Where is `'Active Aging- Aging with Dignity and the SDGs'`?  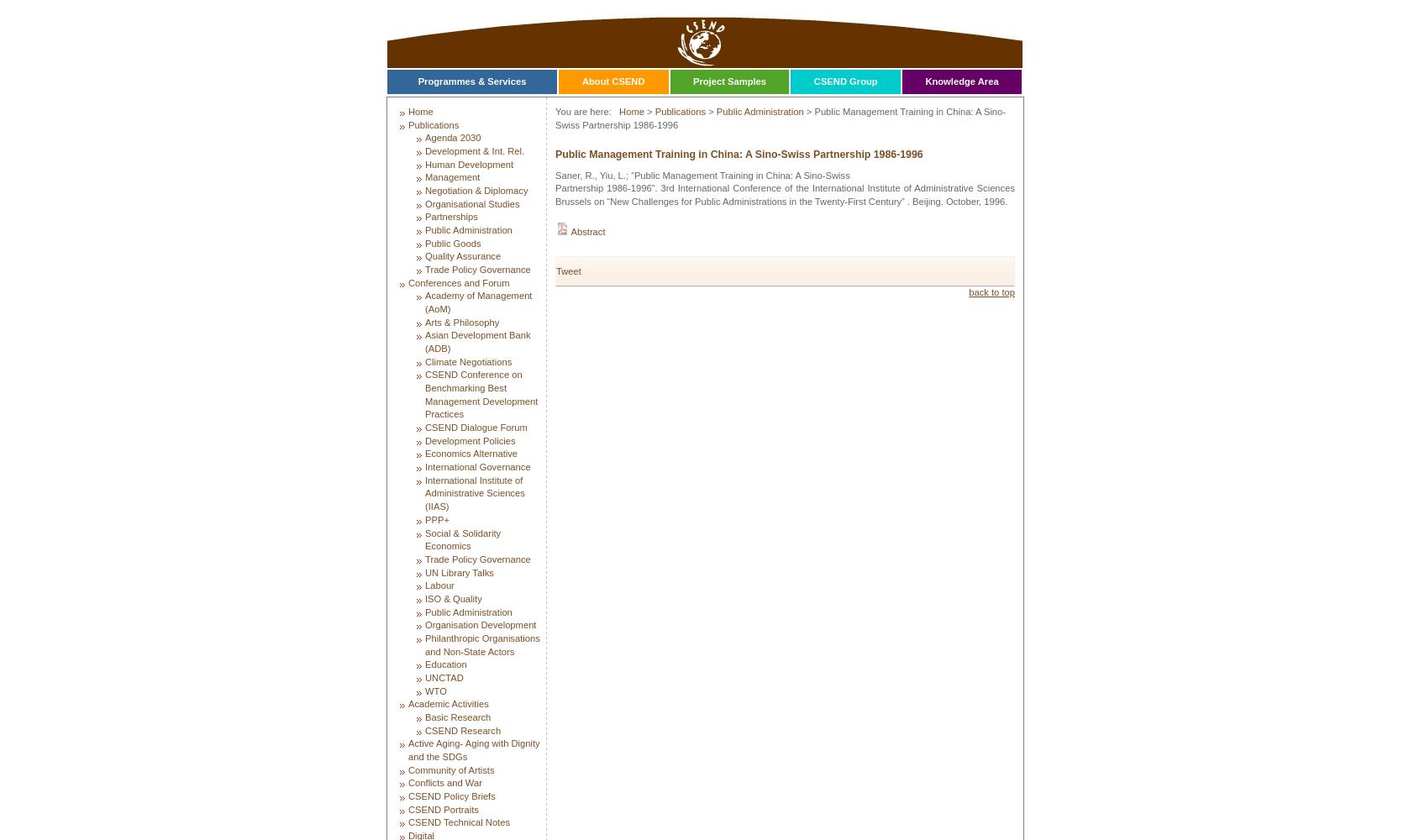 'Active Aging- Aging with Dignity and the SDGs' is located at coordinates (473, 749).